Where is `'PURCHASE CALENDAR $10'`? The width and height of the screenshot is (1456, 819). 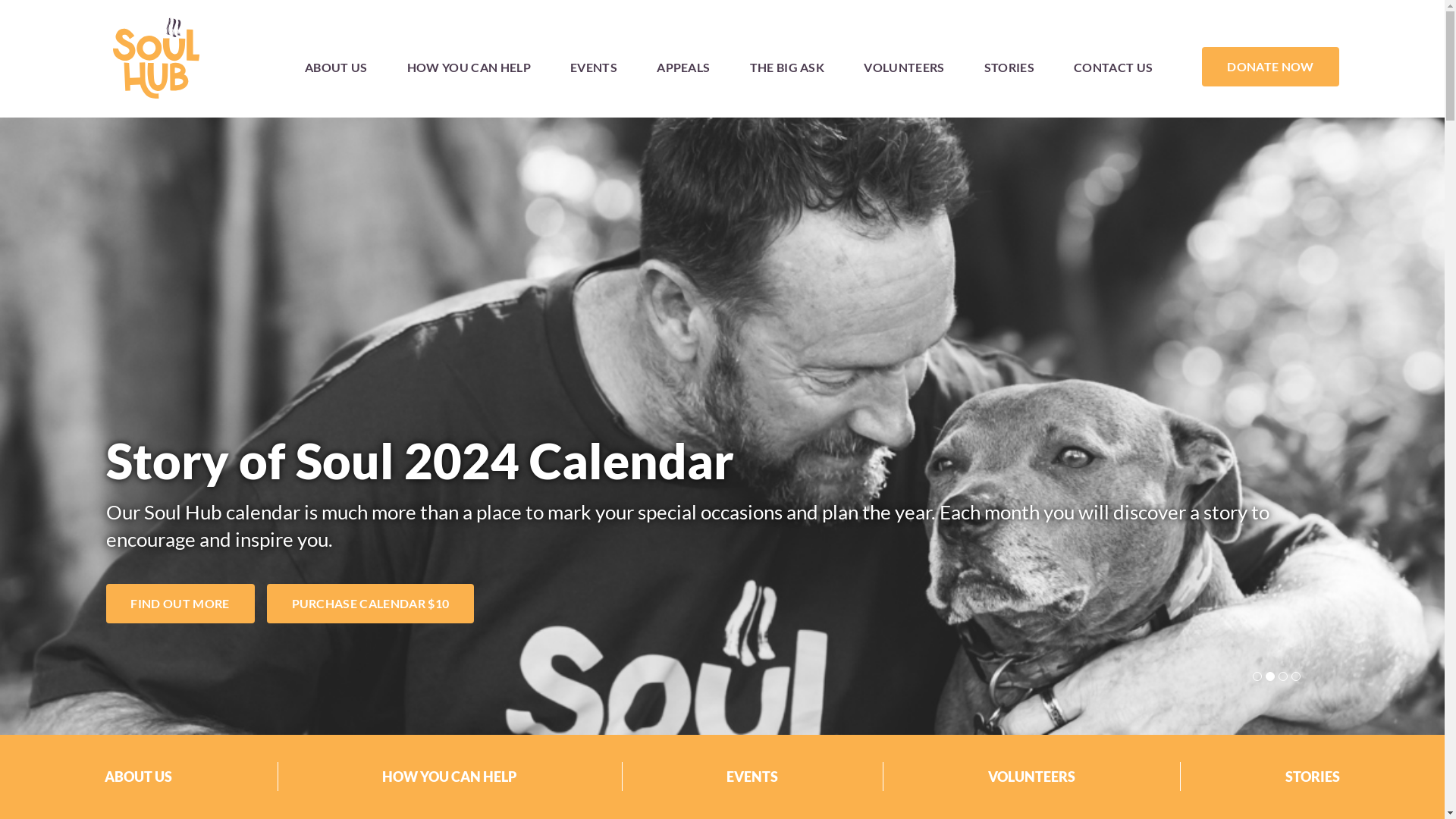
'PURCHASE CALENDAR $10' is located at coordinates (371, 602).